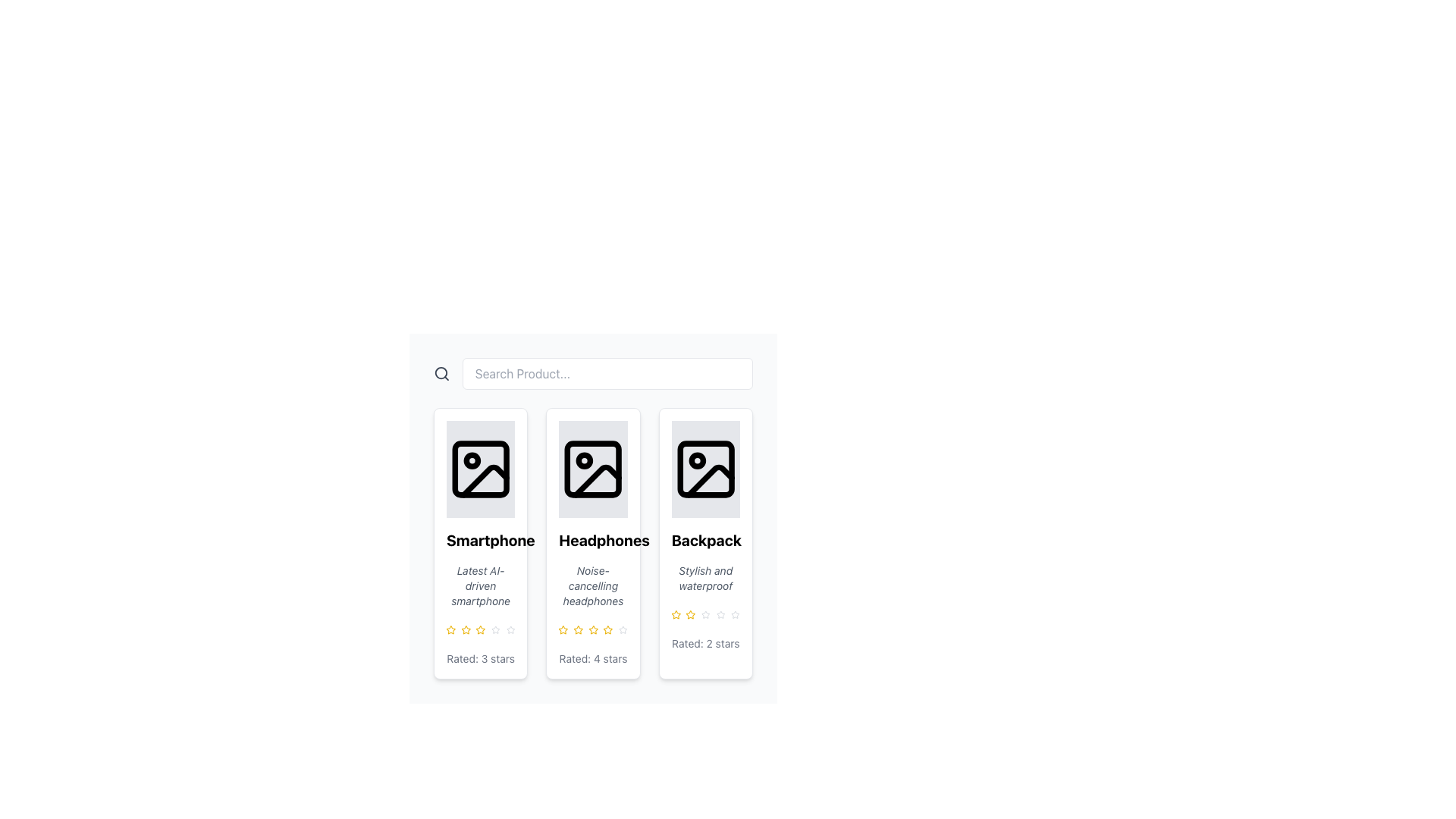  I want to click on the highlighted yellow star-shaped icon, which is the first in a cluster of rating stars under the 'Smartphone' product card, to adjust the rating, so click(450, 629).